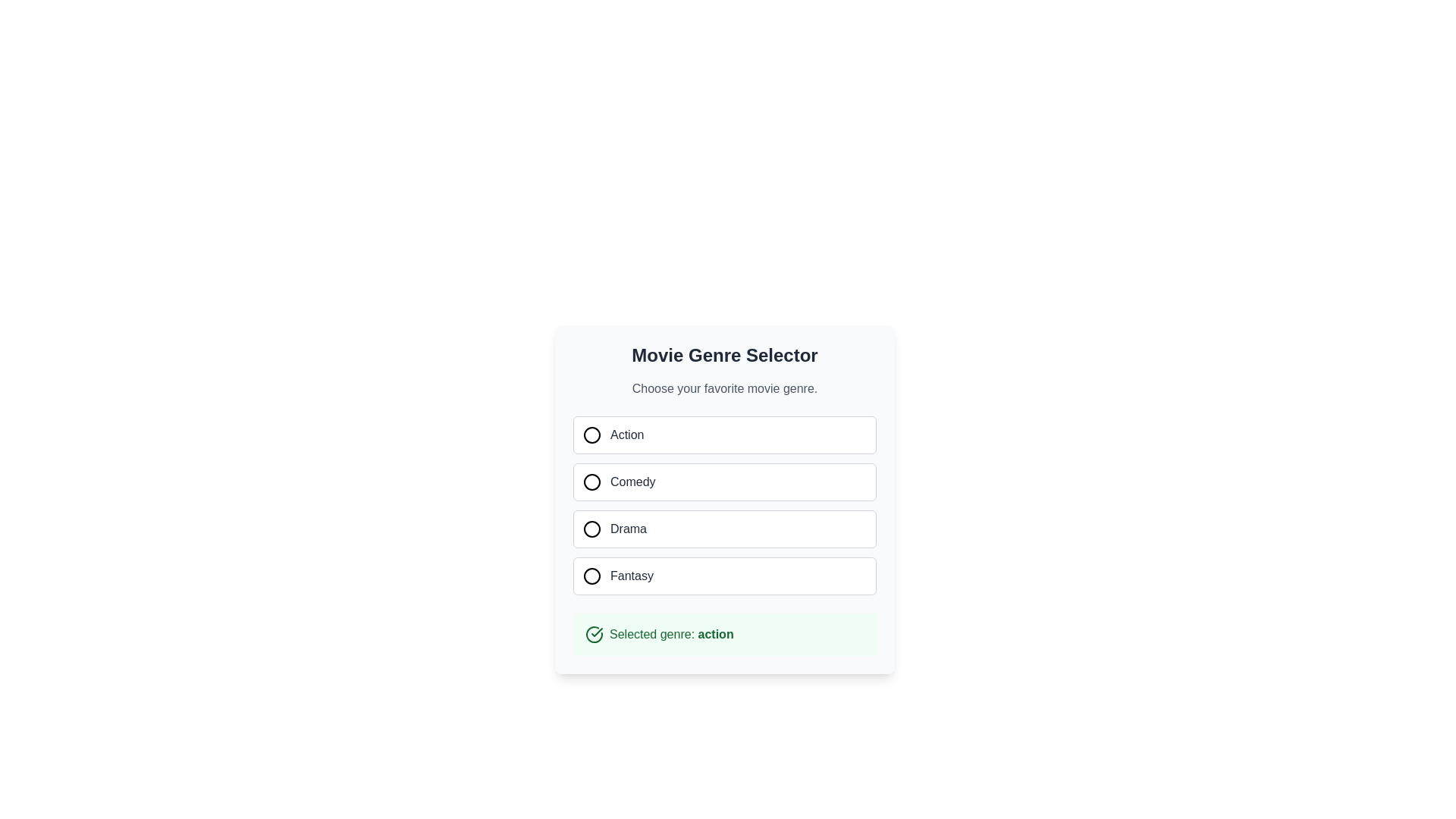  What do you see at coordinates (632, 576) in the screenshot?
I see `text label indicating the 'Fantasy' genre selection option, which is the fourth item in the list adjacent to its corresponding radio button` at bounding box center [632, 576].